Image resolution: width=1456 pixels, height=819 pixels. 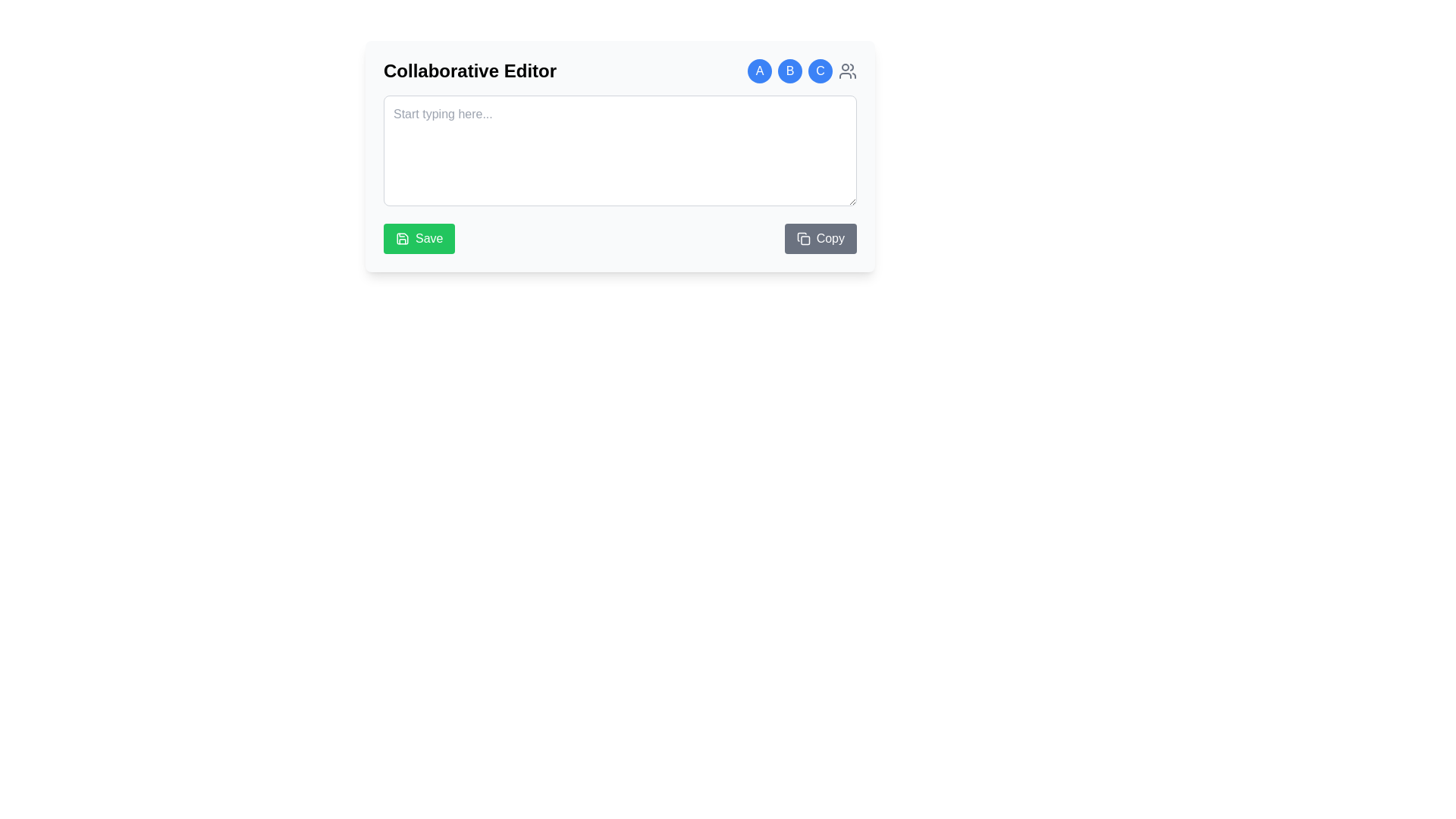 I want to click on the rectangle part of the SVG element representing the Copy button, which is located near the lower-right corner of the text input area, so click(x=804, y=240).